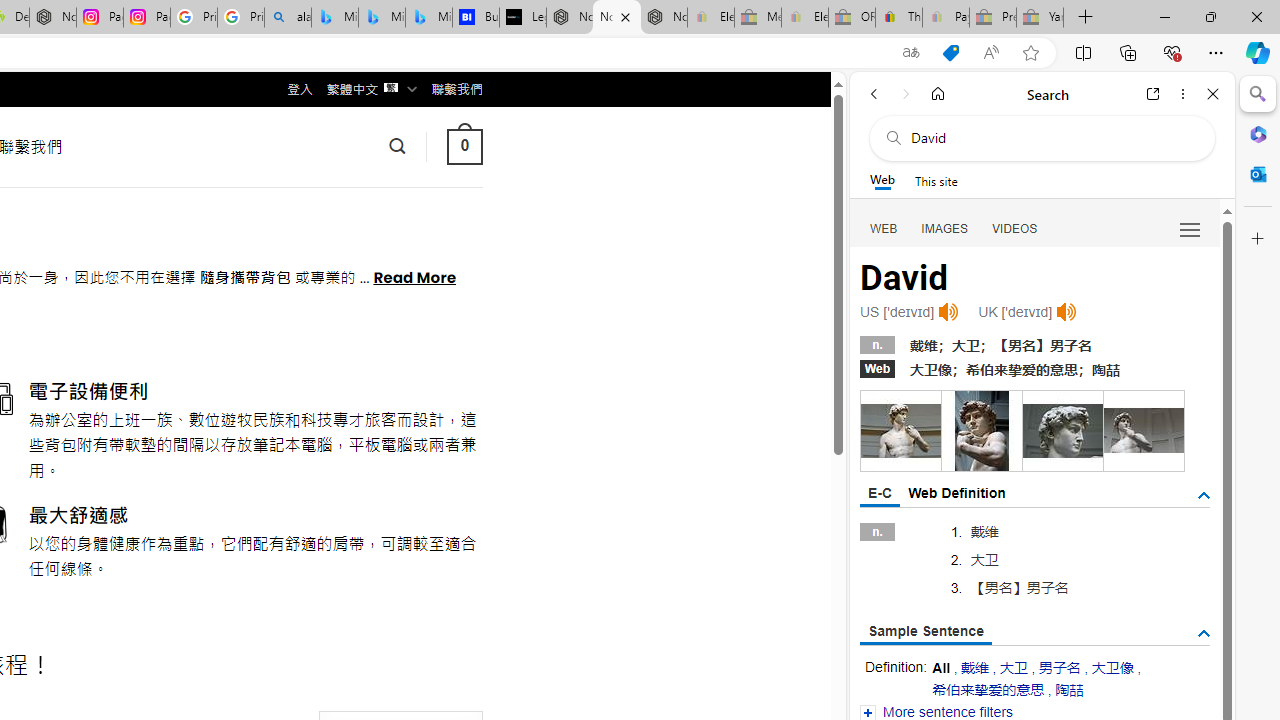  What do you see at coordinates (1257, 173) in the screenshot?
I see `'Outlook'` at bounding box center [1257, 173].